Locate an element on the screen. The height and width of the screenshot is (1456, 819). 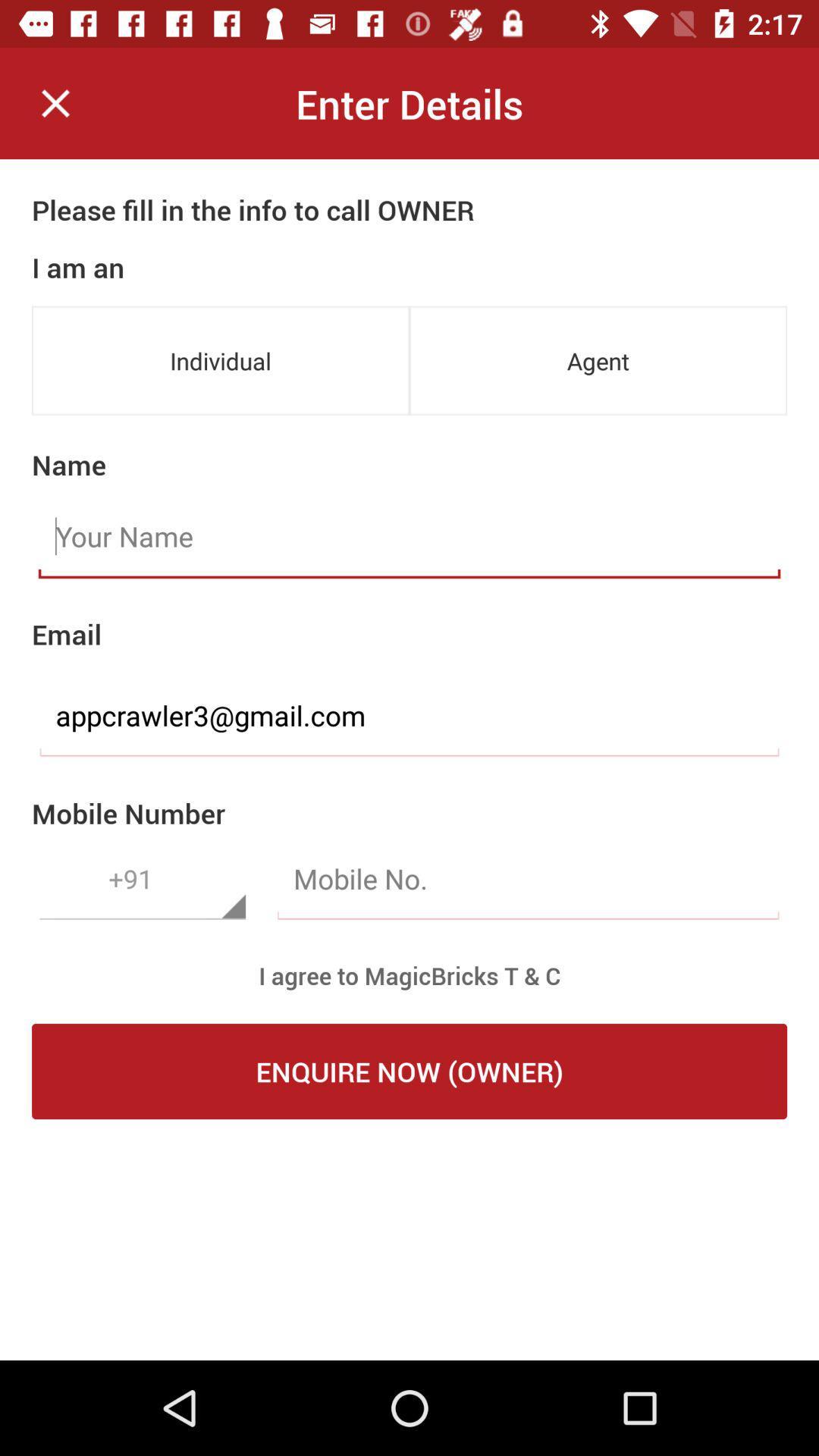
remove this window is located at coordinates (55, 102).